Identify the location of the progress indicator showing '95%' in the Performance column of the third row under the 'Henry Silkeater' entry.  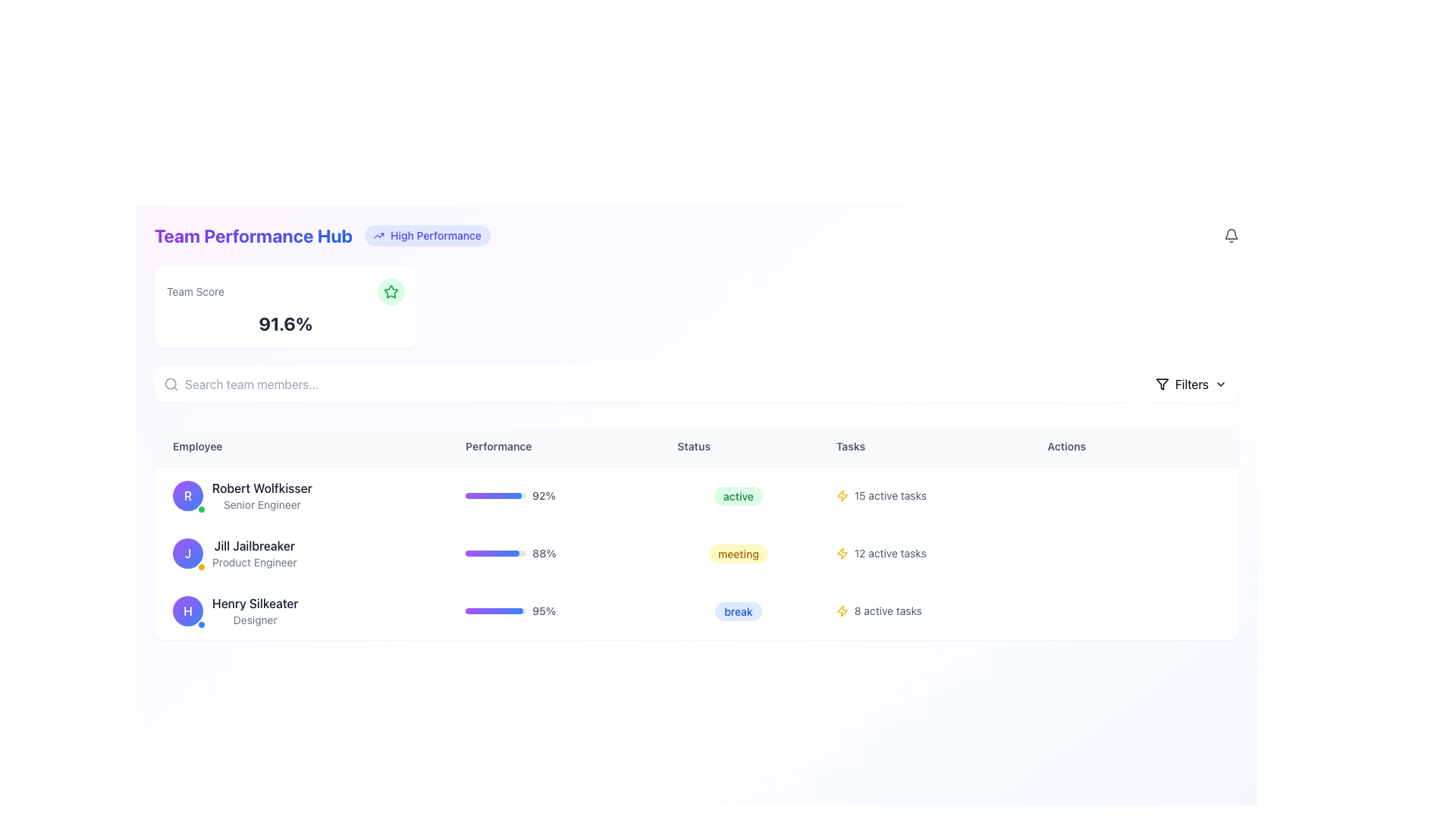
(552, 610).